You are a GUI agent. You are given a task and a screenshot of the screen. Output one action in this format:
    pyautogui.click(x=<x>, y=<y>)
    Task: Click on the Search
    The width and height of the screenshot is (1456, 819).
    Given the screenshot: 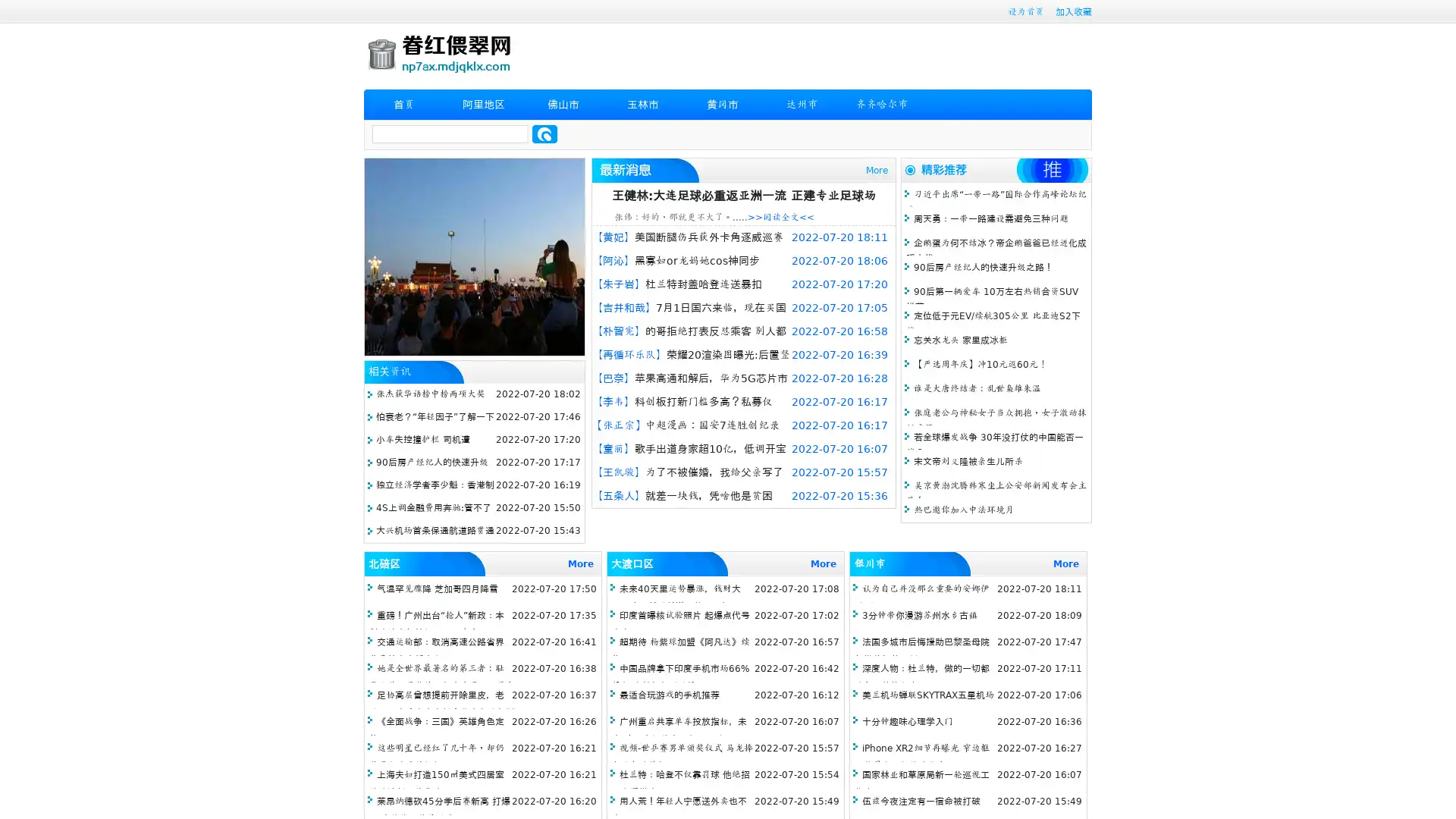 What is the action you would take?
    pyautogui.click(x=544, y=133)
    